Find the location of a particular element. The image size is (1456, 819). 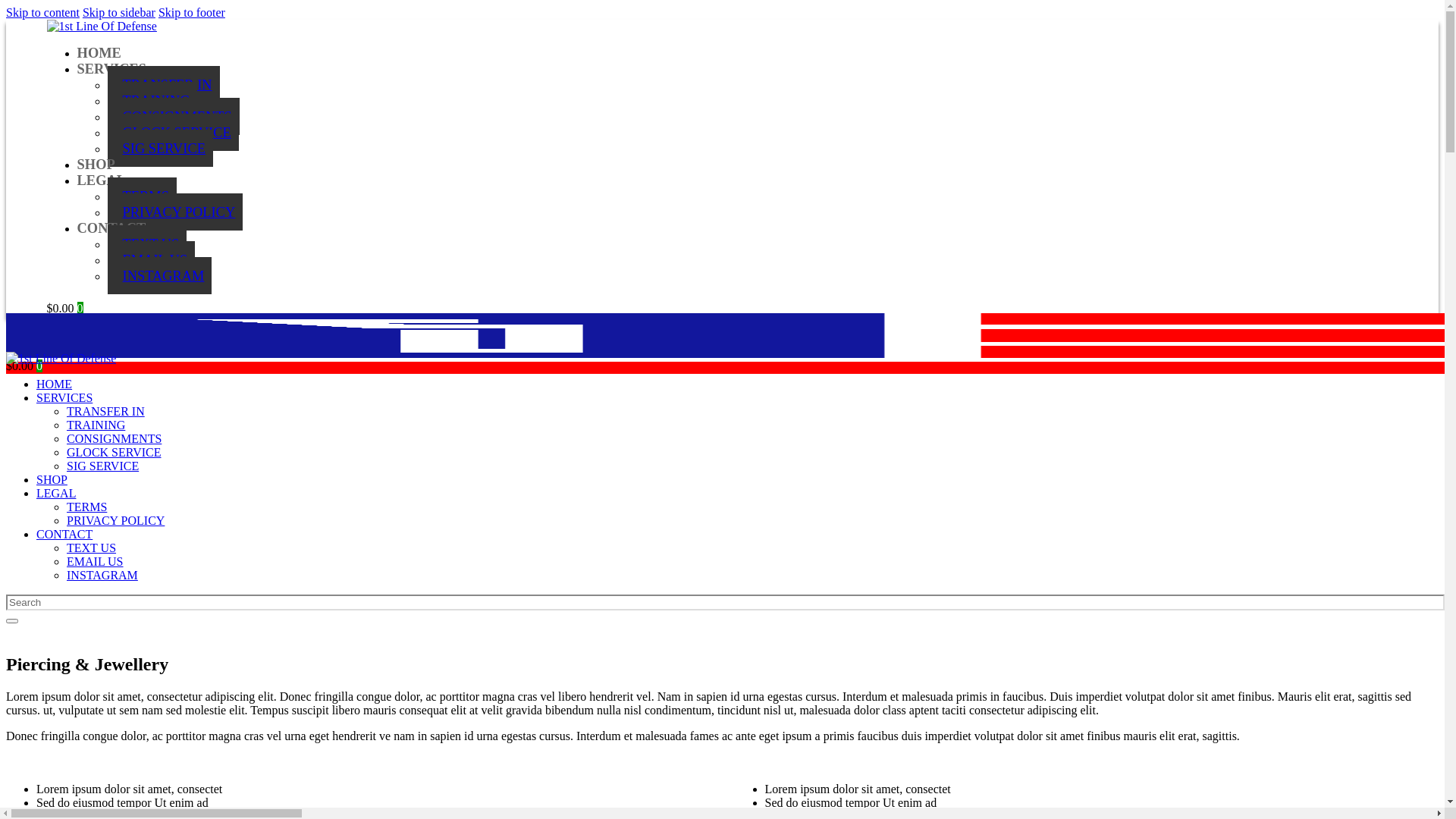

'HOME' is located at coordinates (76, 52).